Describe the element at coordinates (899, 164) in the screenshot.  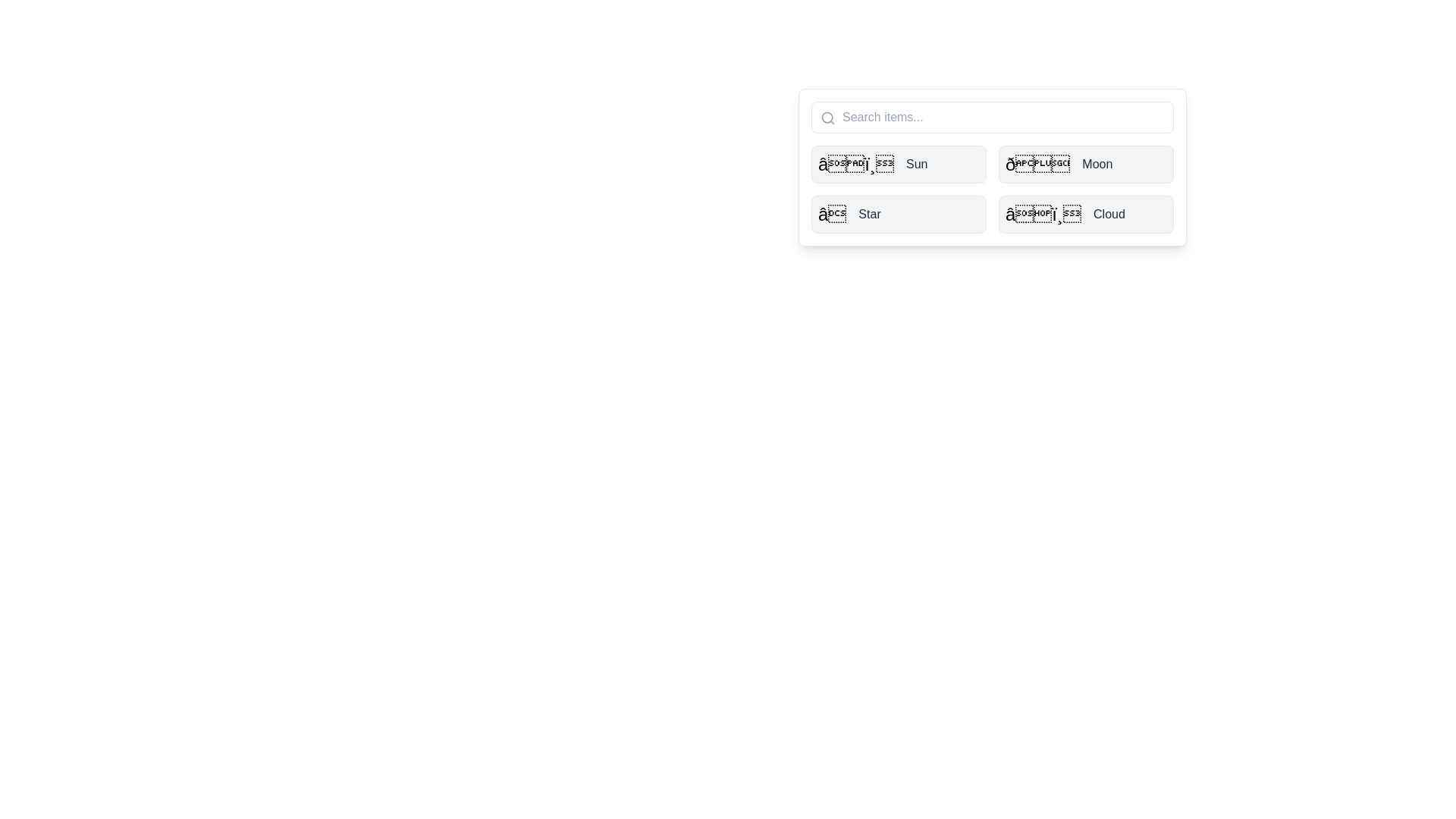
I see `the 'Sun' button, which is a rounded rectangle with a light gray background and a sun icon on the left` at that location.